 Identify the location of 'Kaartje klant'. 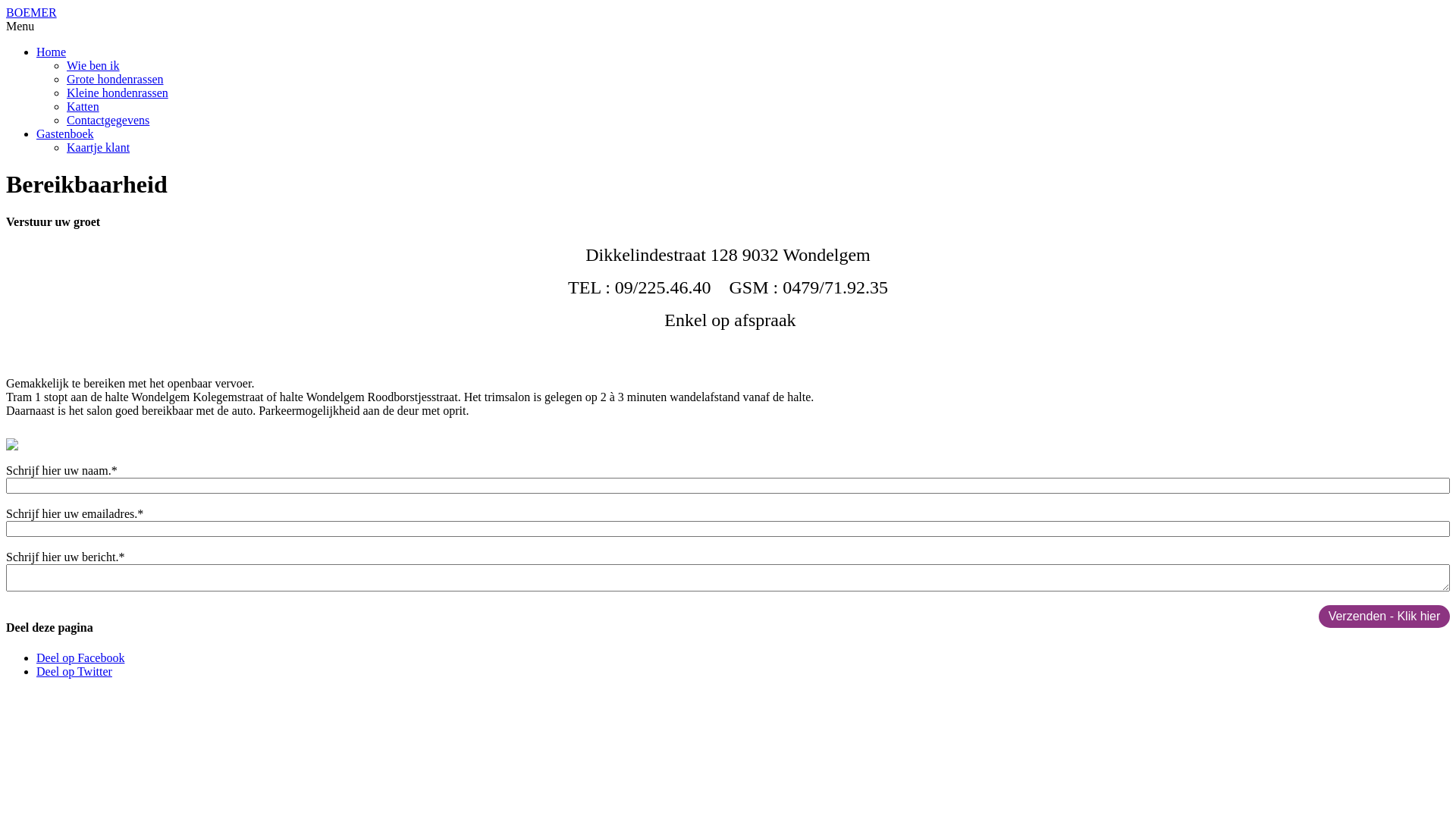
(97, 147).